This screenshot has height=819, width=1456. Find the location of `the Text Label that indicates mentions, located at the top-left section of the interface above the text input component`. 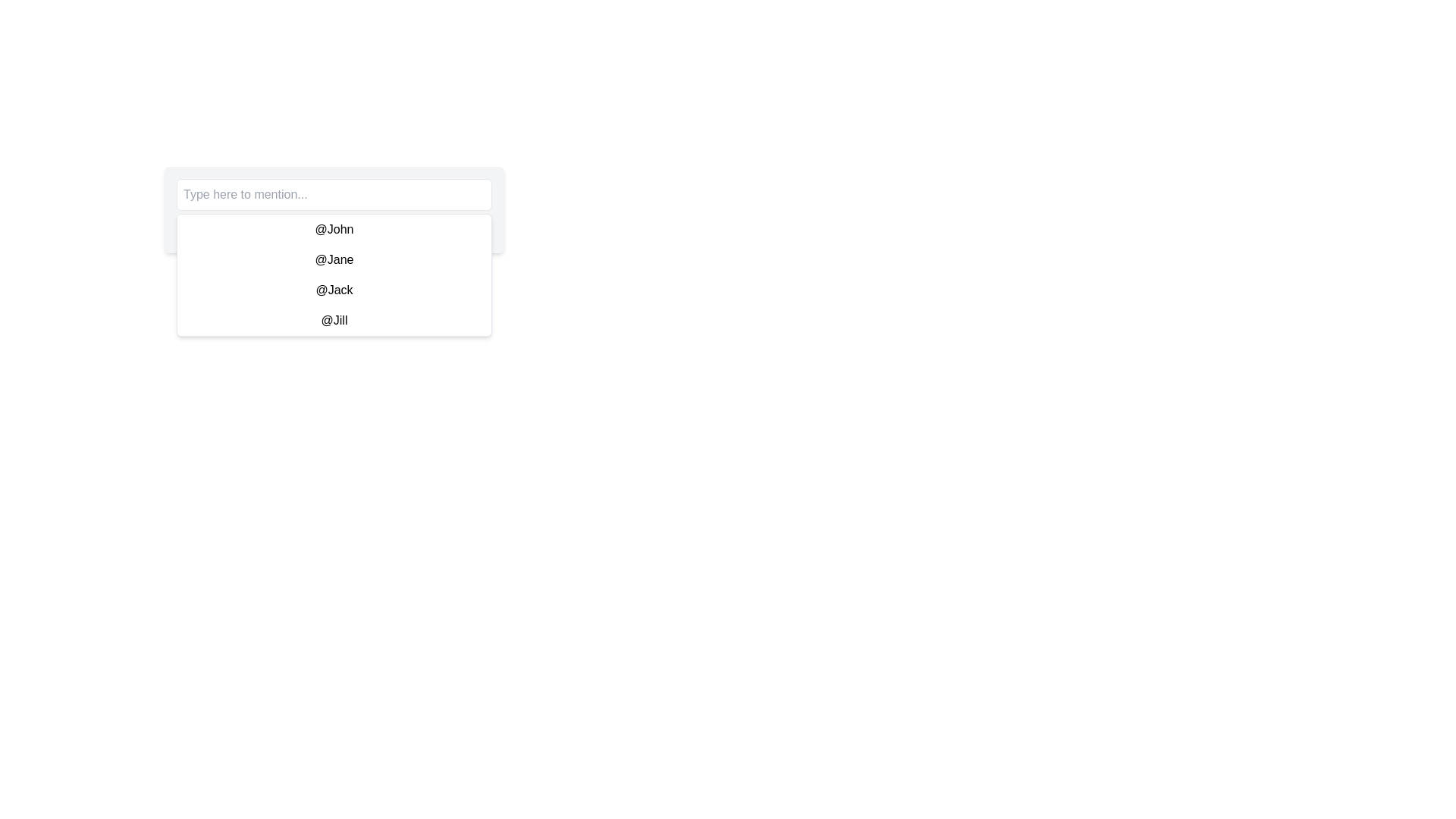

the Text Label that indicates mentions, located at the top-left section of the interface above the text input component is located at coordinates (334, 225).